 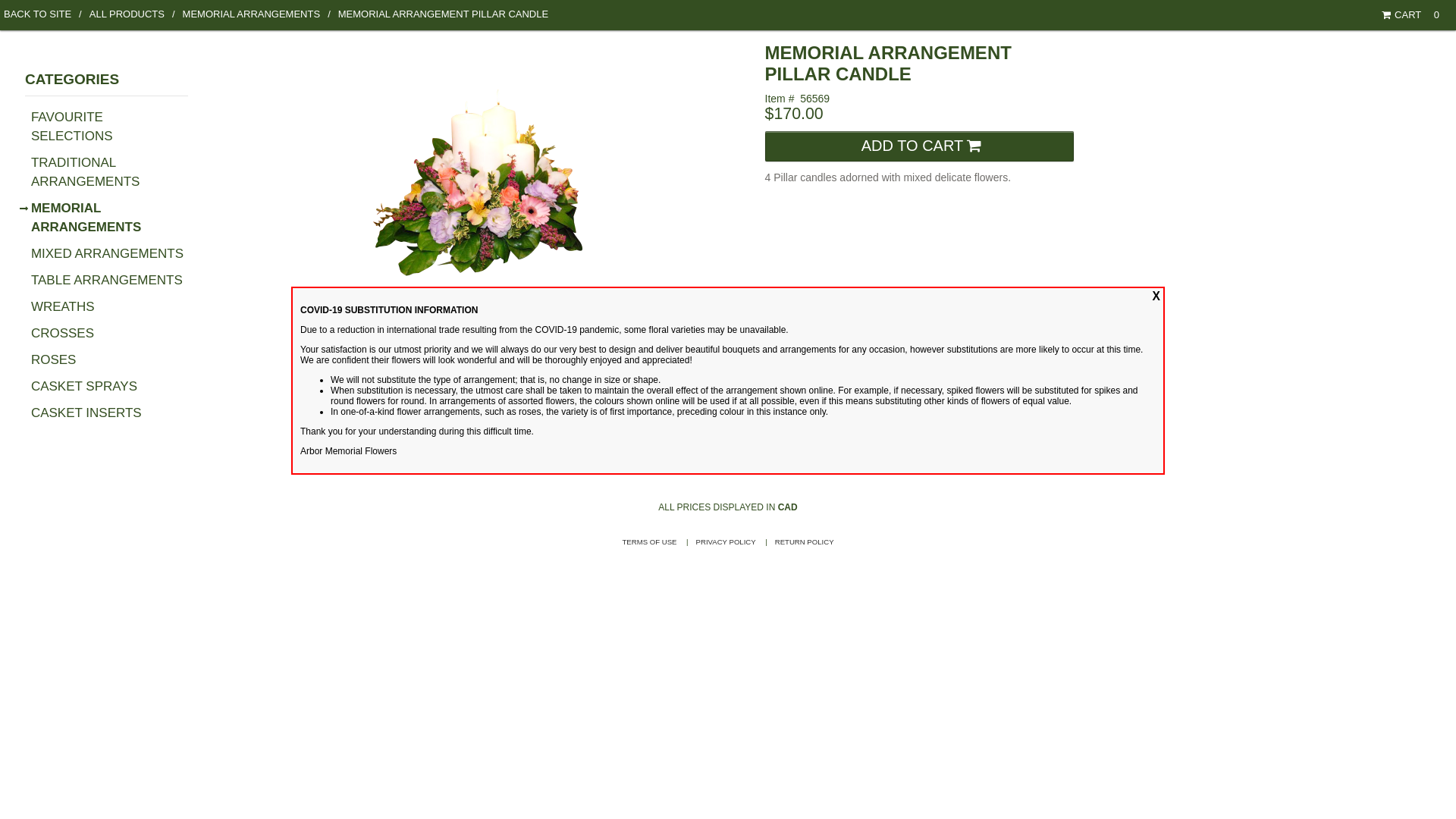 I want to click on 'TABLE ARRANGEMENTS', so click(x=105, y=280).